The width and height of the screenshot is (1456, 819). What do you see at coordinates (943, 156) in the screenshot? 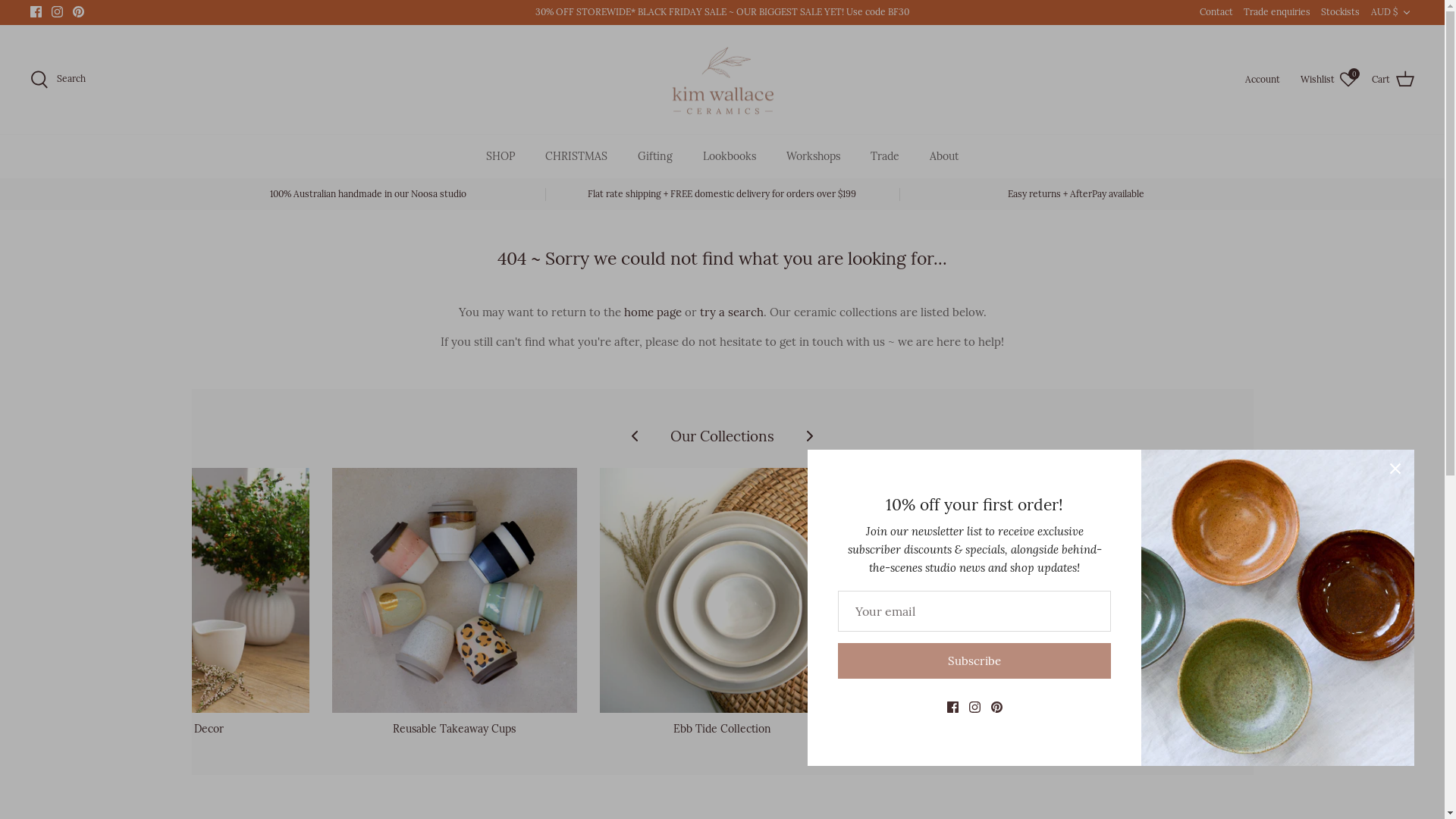
I see `'About'` at bounding box center [943, 156].